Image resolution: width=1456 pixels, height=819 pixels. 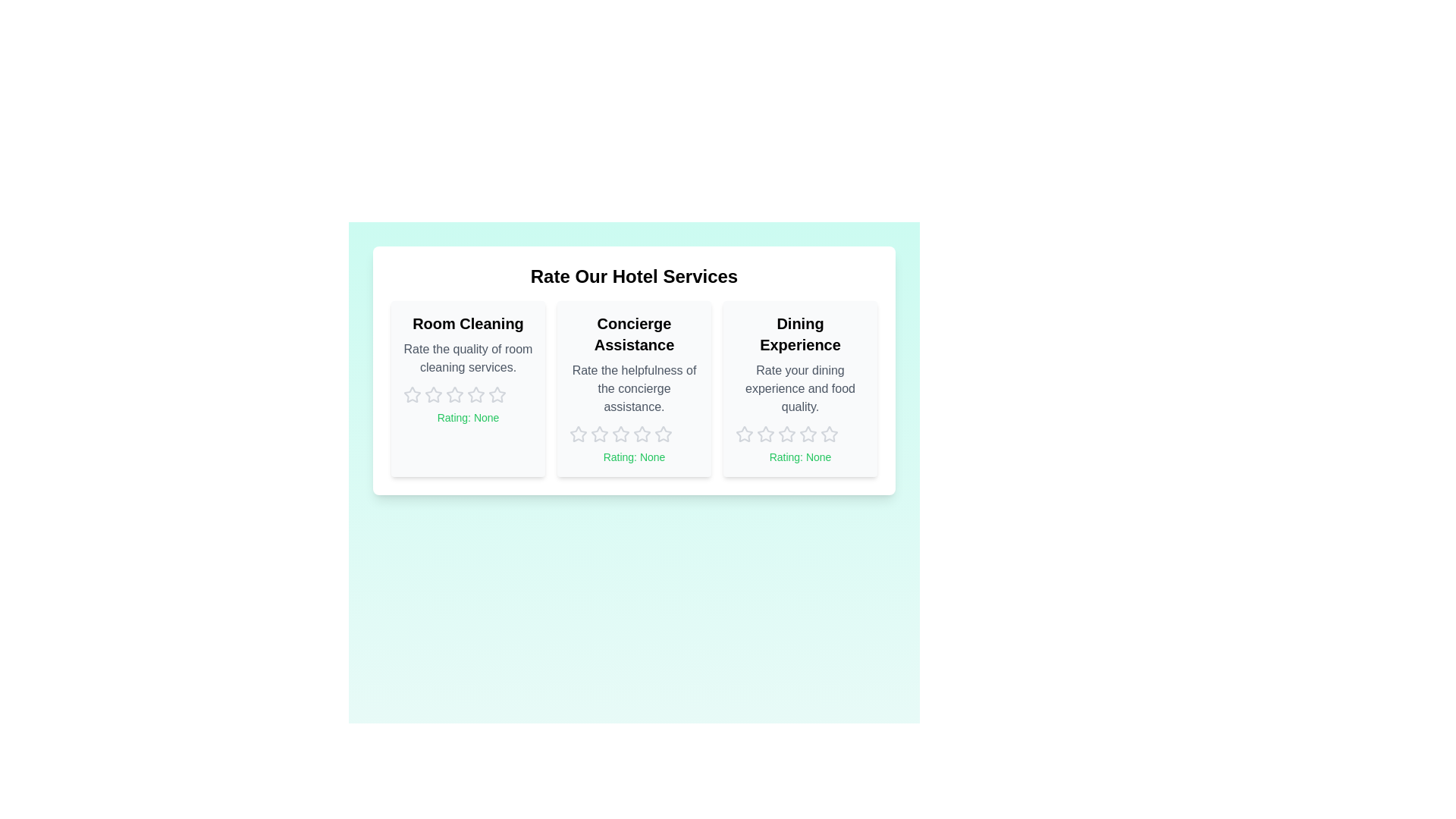 I want to click on the rating for 'Room Cleaning' to 3 stars, so click(x=454, y=394).